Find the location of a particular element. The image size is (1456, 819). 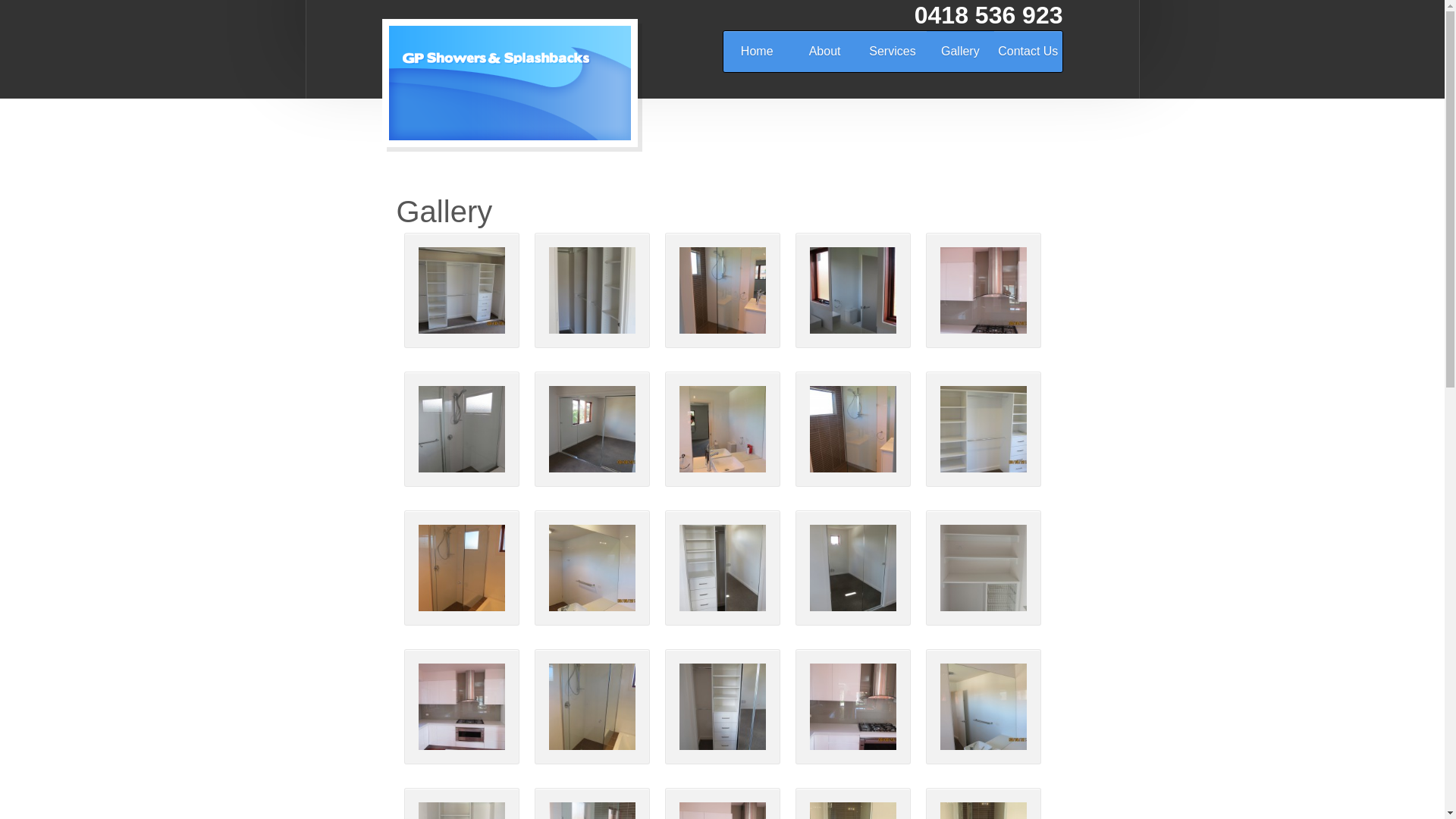

'Contact Us' is located at coordinates (993, 51).